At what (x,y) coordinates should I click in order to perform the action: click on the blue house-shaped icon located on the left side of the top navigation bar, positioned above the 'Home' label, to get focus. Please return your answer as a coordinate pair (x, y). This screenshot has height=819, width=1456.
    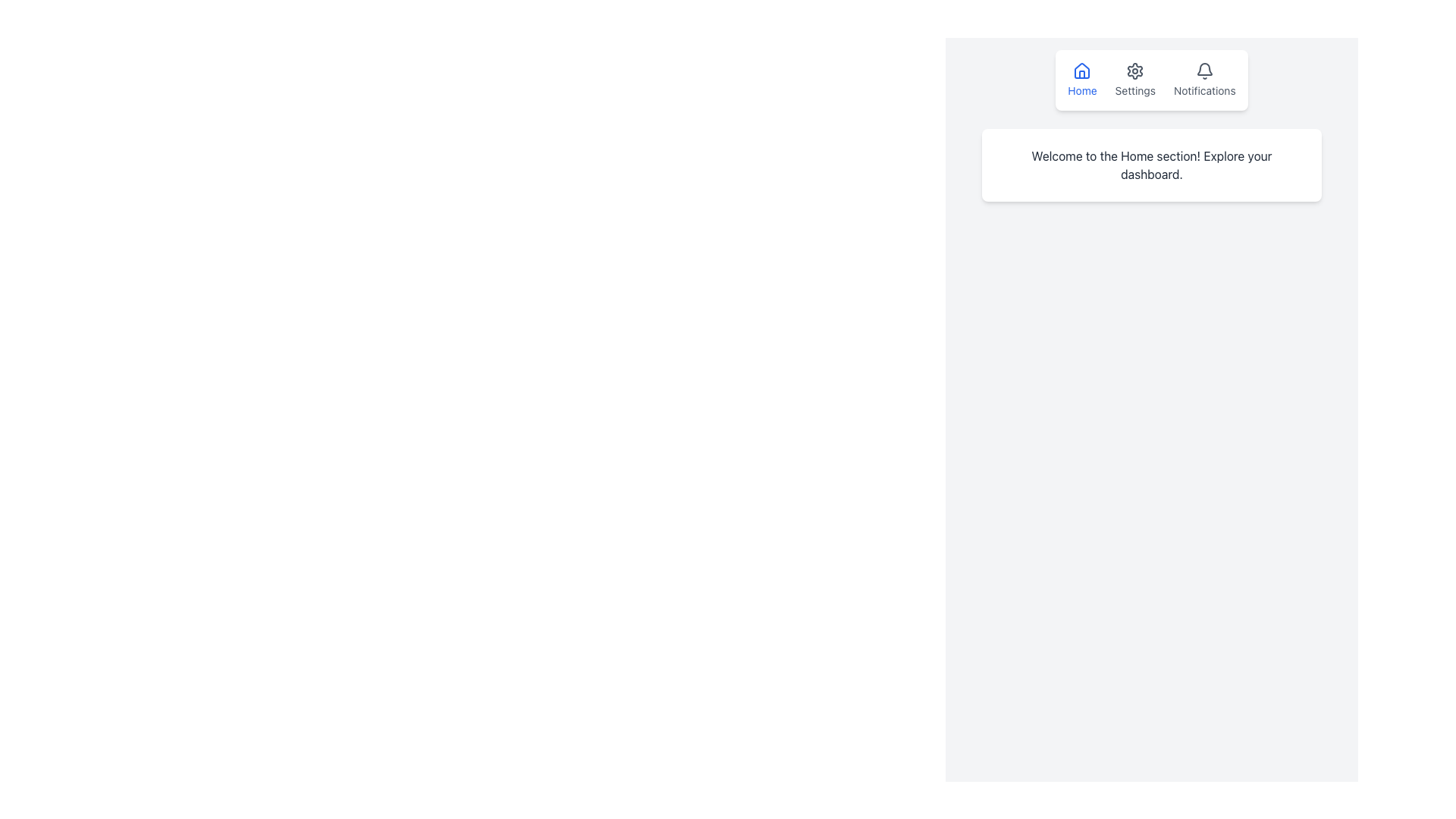
    Looking at the image, I should click on (1081, 71).